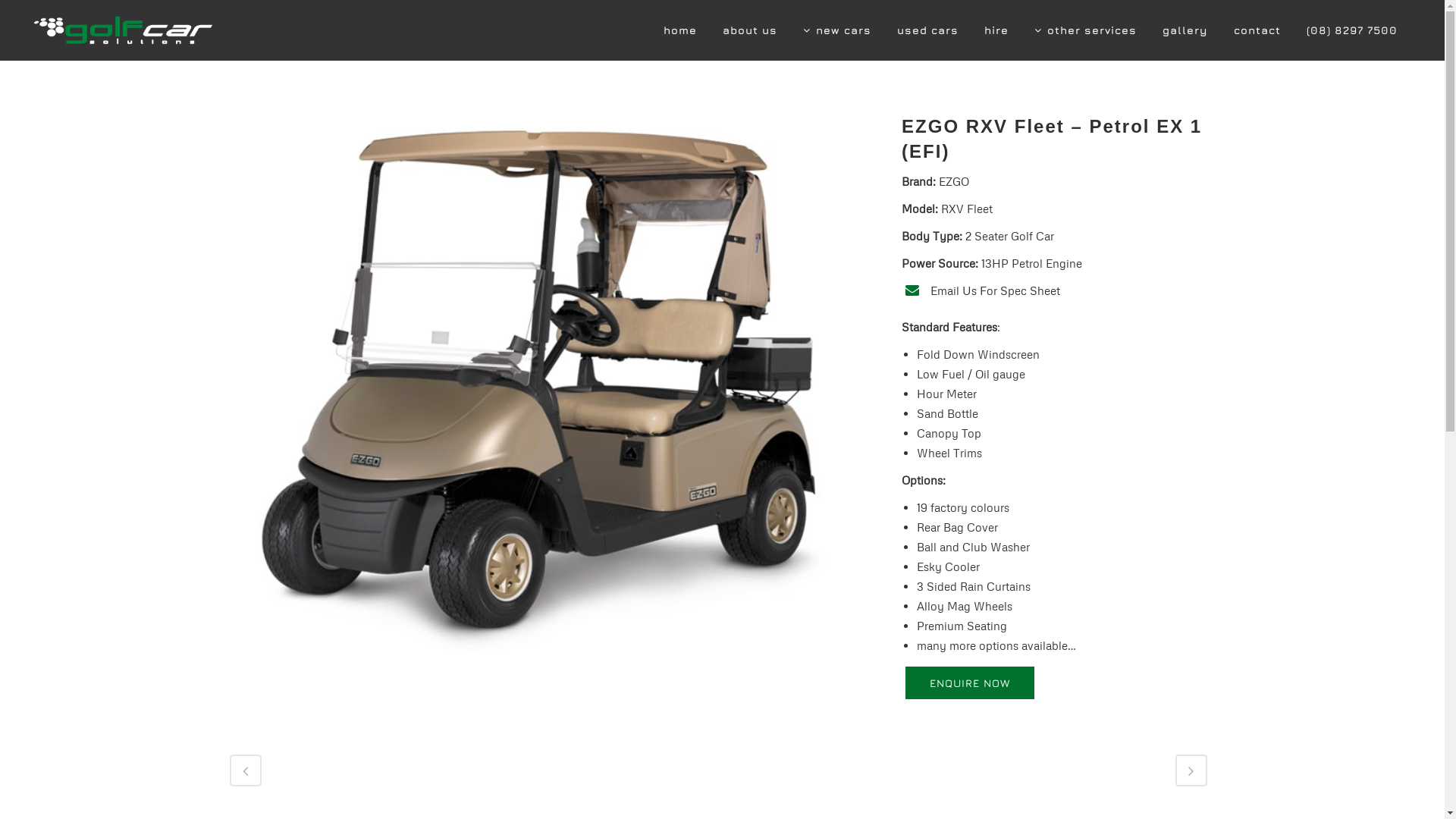 The width and height of the screenshot is (1456, 819). I want to click on 'home', so click(679, 30).